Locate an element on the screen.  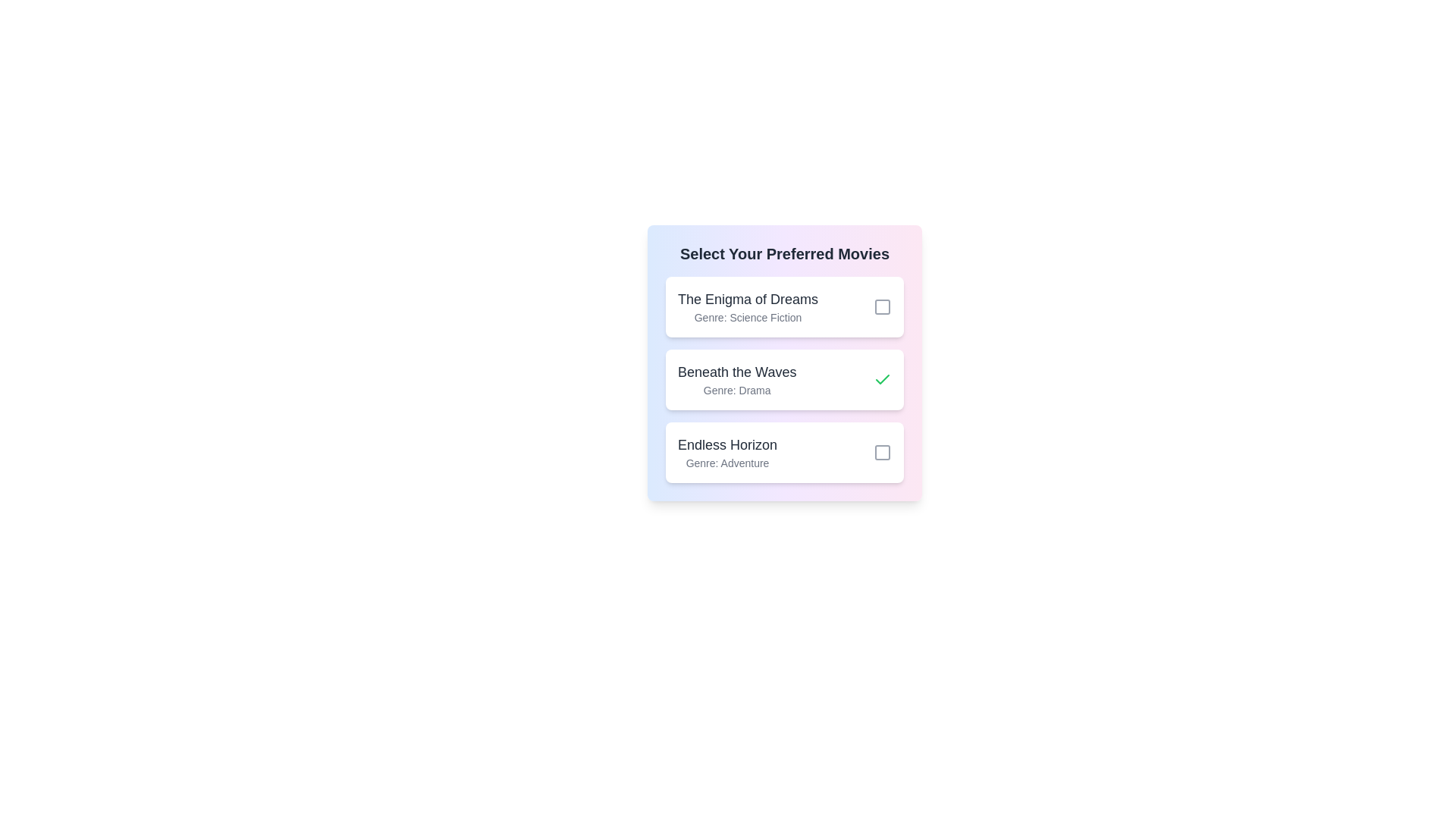
the list item corresponding to The Enigma of Dreams is located at coordinates (785, 307).